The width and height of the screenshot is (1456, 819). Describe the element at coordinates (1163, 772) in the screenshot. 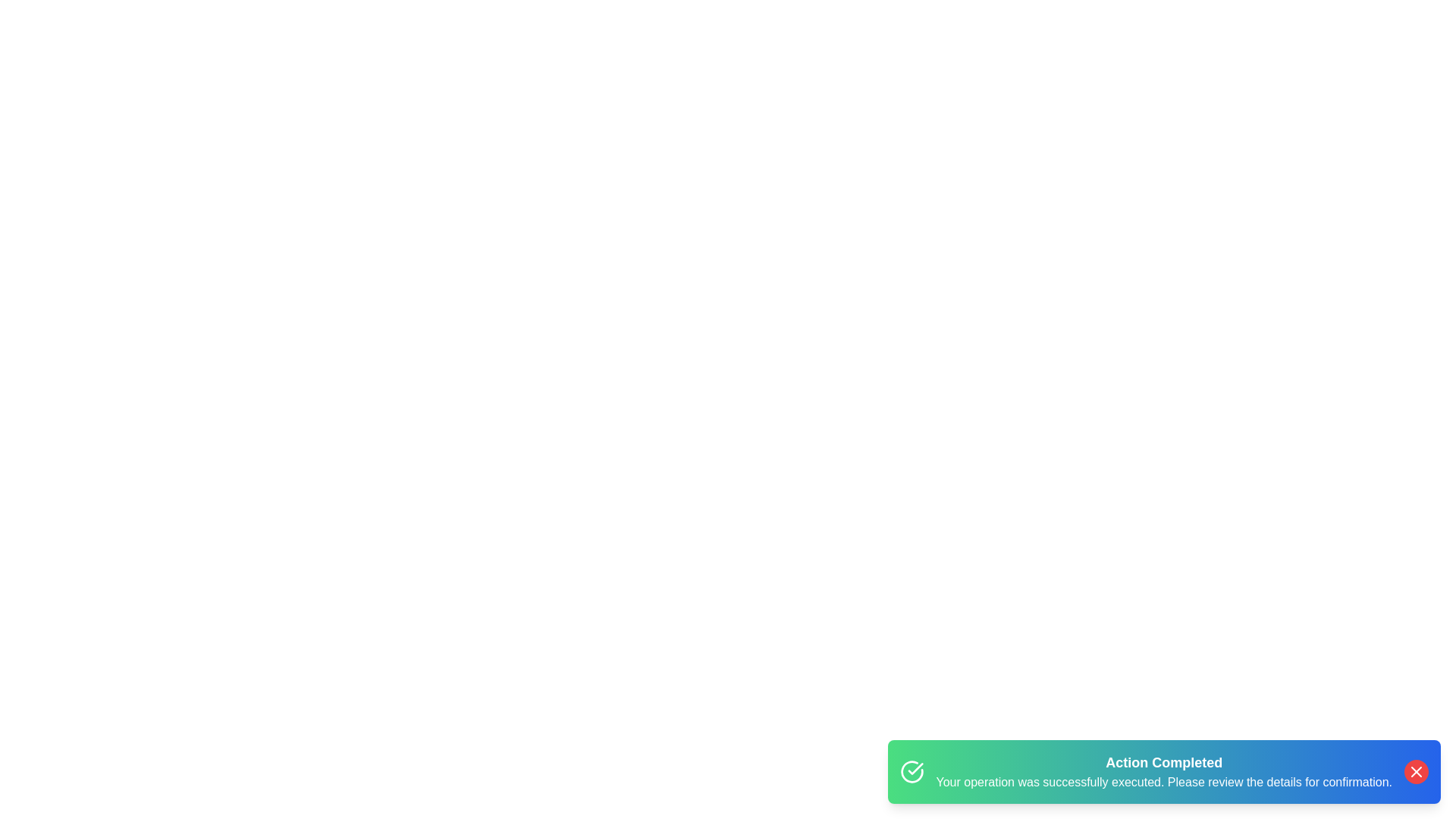

I see `the alert container to inspect its details` at that location.